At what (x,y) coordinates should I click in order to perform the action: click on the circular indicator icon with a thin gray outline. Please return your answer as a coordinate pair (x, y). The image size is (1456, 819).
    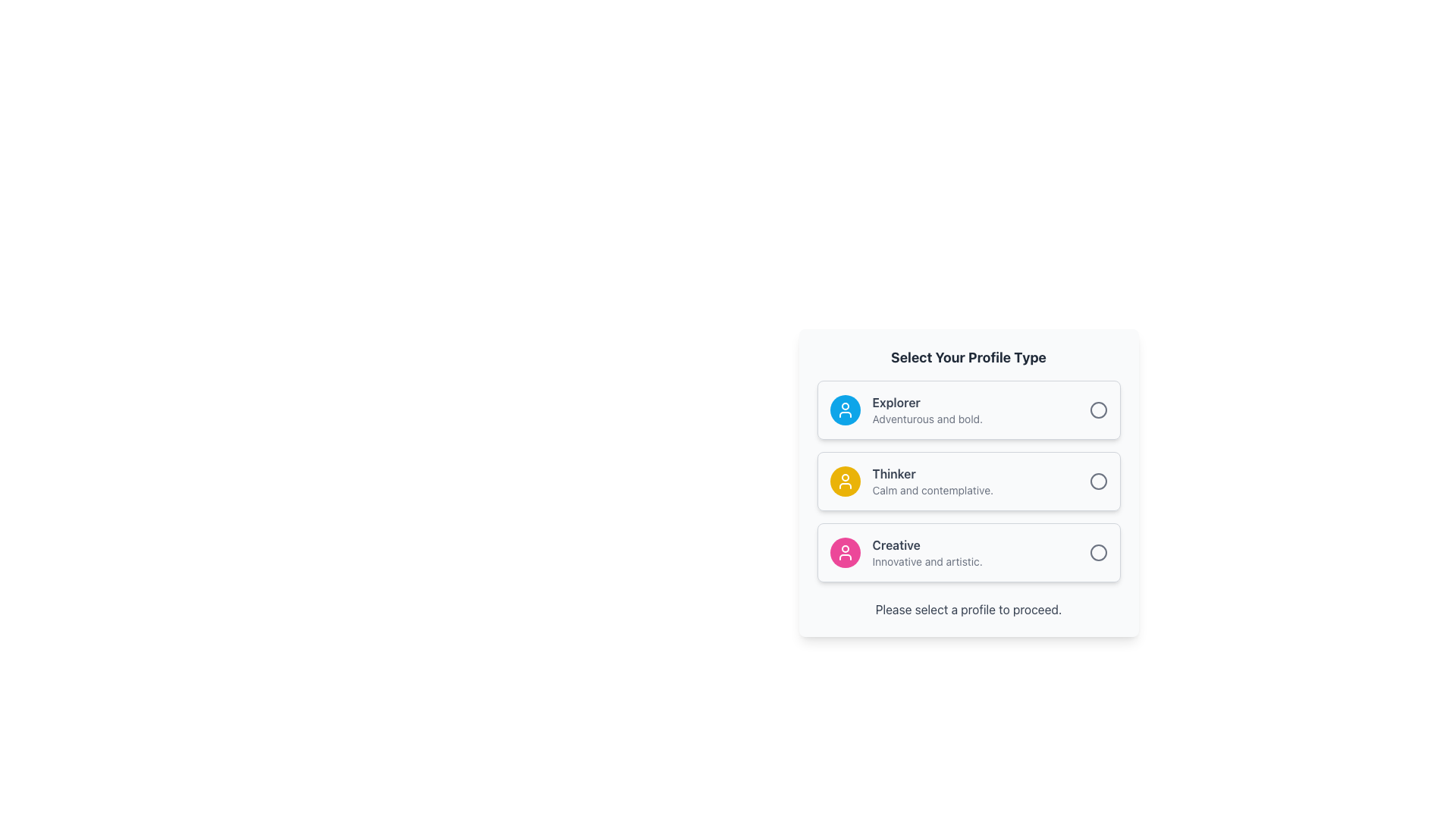
    Looking at the image, I should click on (1098, 482).